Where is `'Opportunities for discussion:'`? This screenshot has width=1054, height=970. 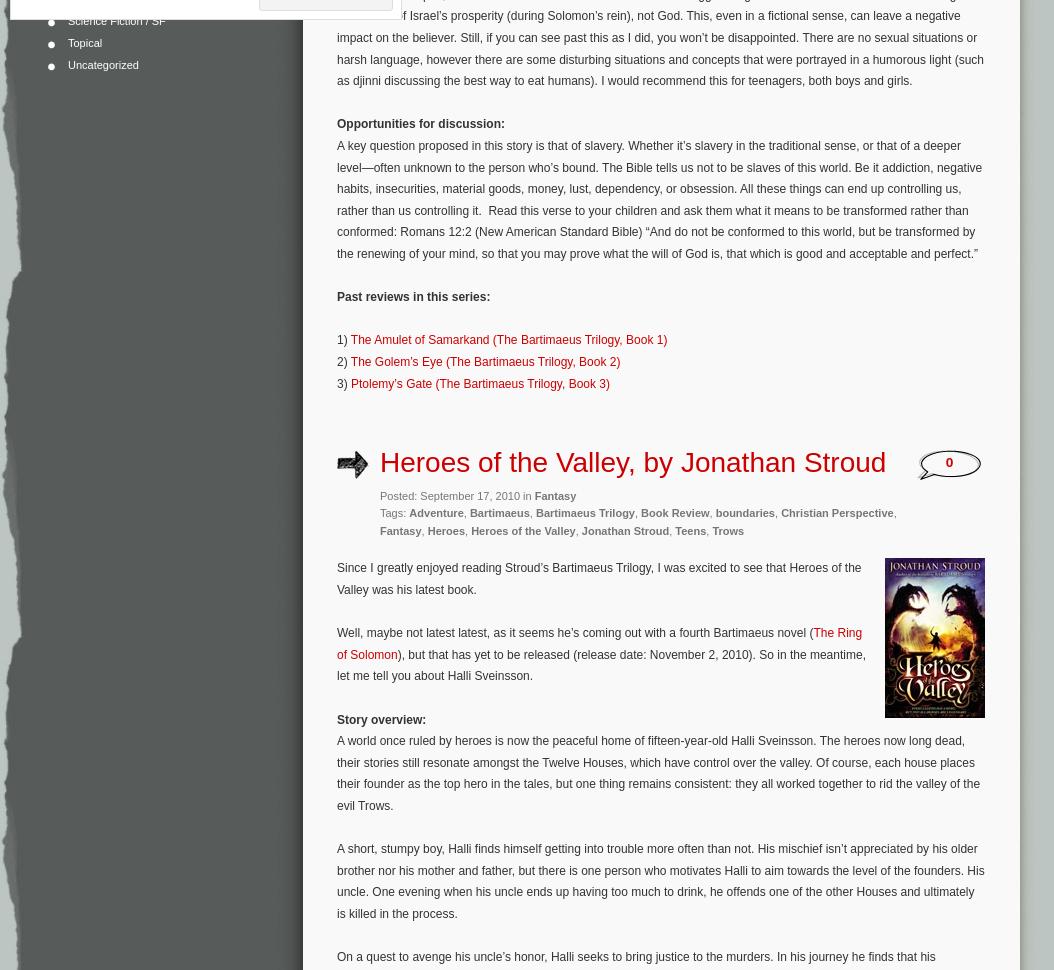 'Opportunities for discussion:' is located at coordinates (419, 123).